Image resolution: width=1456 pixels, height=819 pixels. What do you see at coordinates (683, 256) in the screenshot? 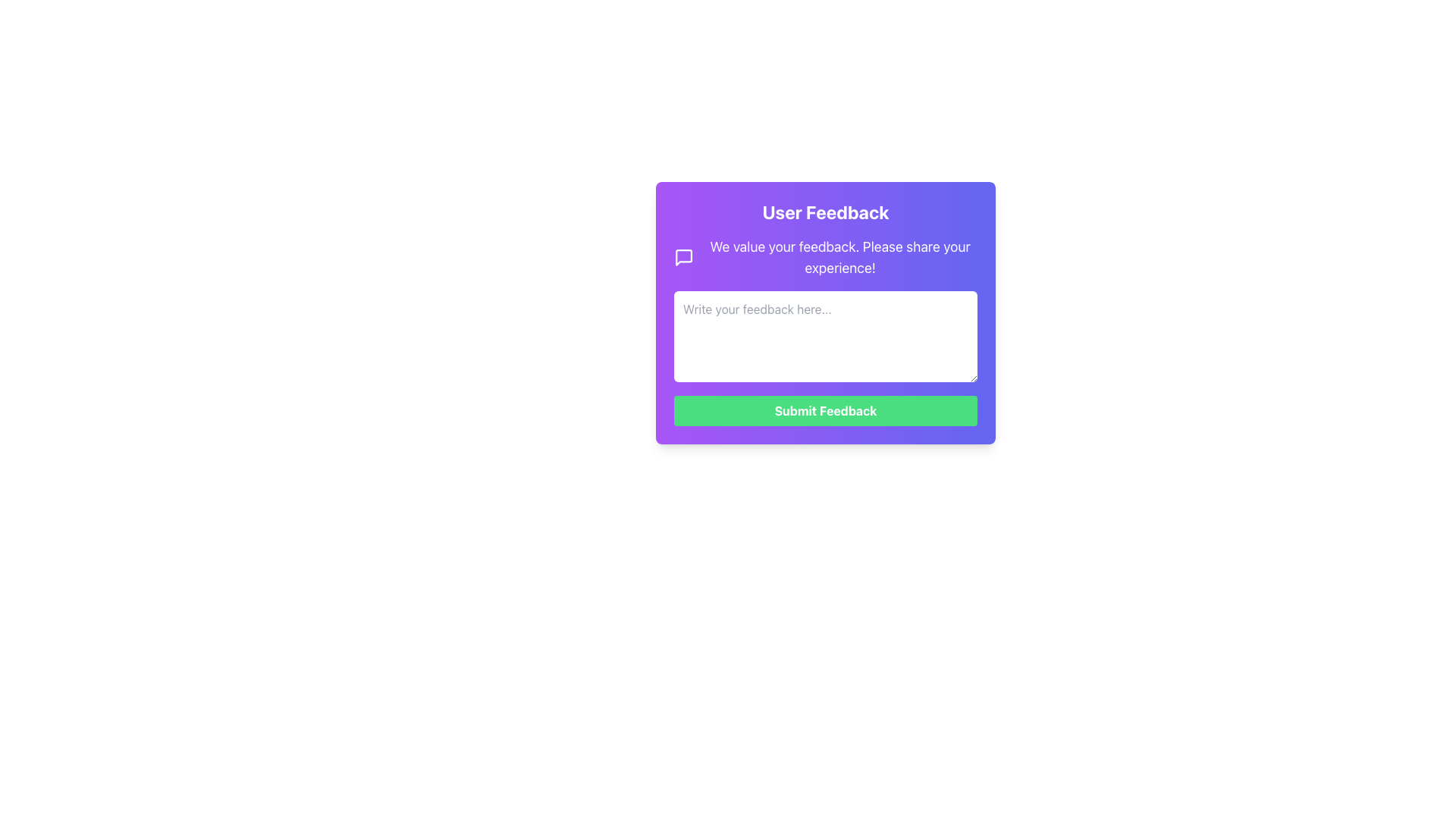
I see `the feedback icon located above the feedback text input area and to the left of descriptive text, which serves as a decorative symbol for communication` at bounding box center [683, 256].